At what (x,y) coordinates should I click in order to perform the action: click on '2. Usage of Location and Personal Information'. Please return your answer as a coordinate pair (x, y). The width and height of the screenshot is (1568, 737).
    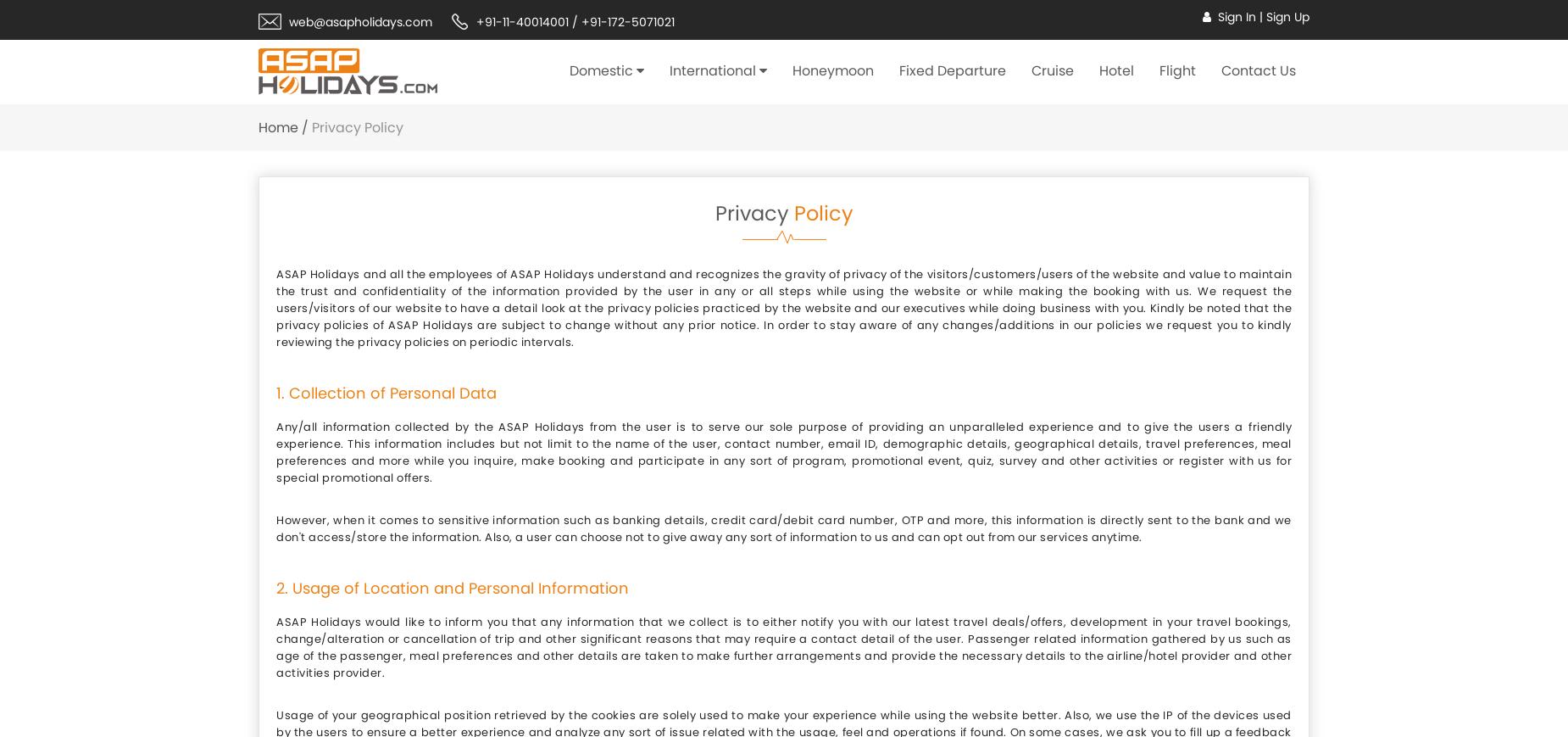
    Looking at the image, I should click on (452, 588).